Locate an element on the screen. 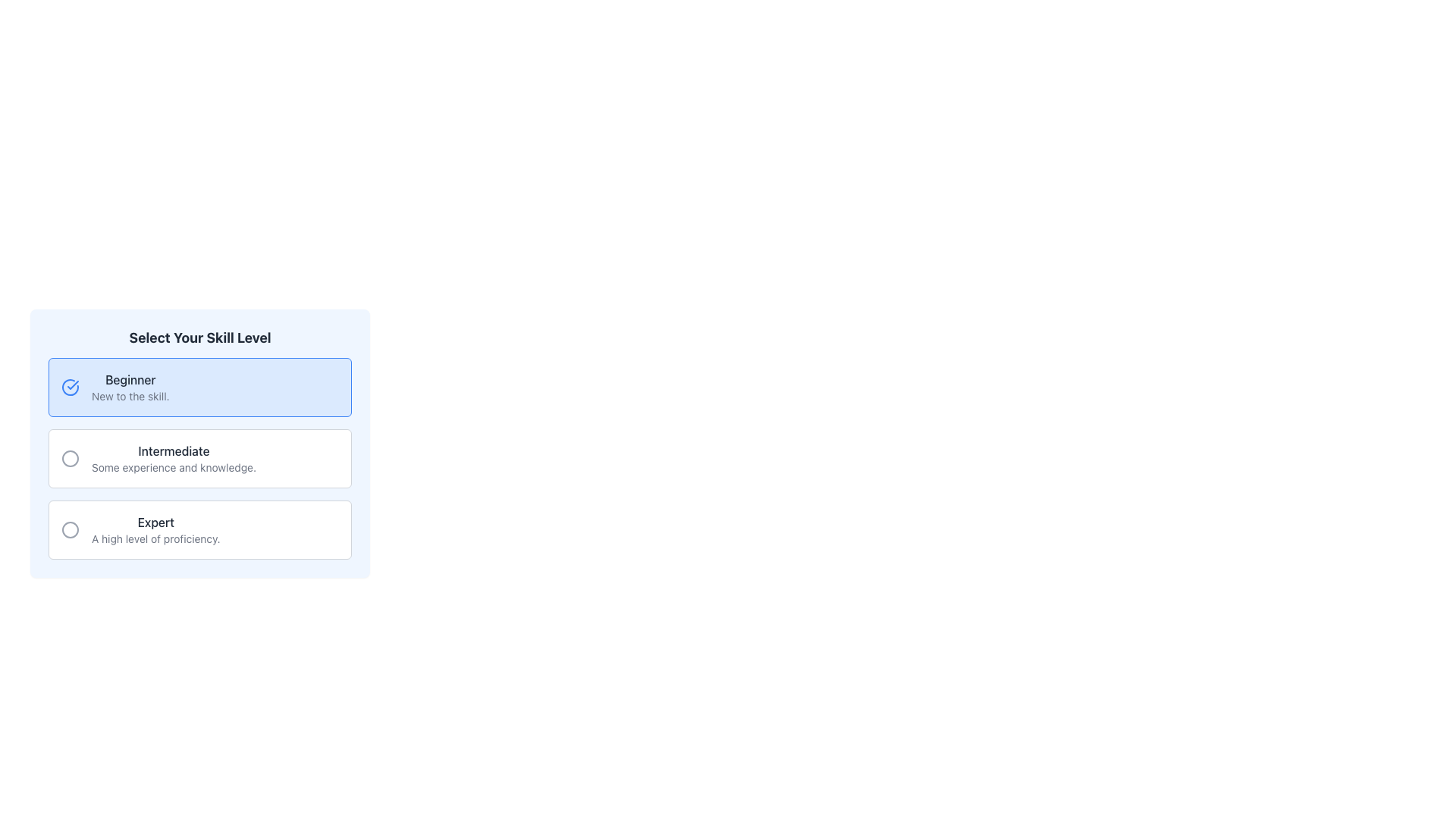  the blue circular icon with a checkmark inside, located next to the 'Beginner' label in the skill level selection interface is located at coordinates (69, 386).